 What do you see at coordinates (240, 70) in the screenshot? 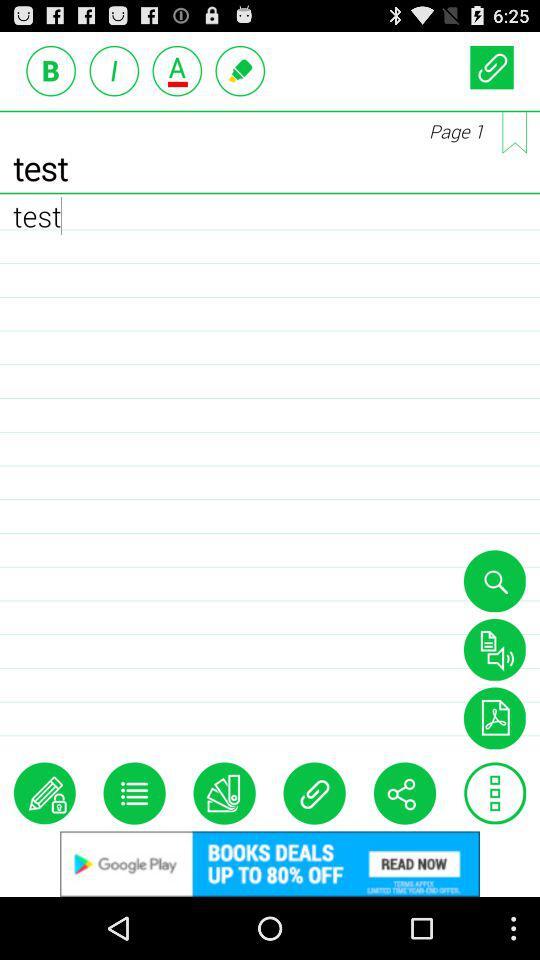
I see `messenger` at bounding box center [240, 70].